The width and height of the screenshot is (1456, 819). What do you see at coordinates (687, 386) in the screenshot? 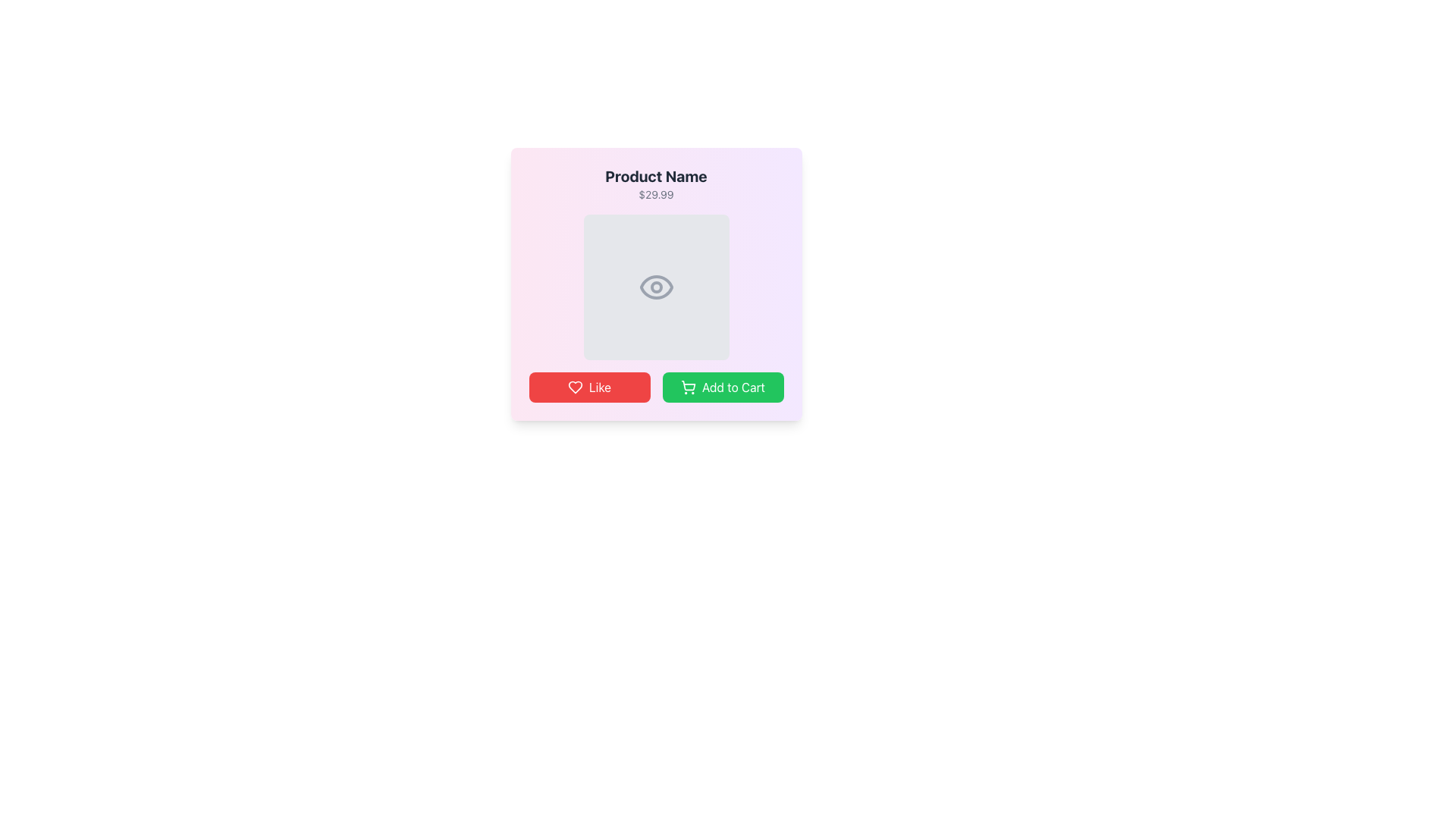
I see `the shopping cart icon located inside the 'Add to Cart' button, which is positioned to the left of the text 'Add to Cart'` at bounding box center [687, 386].